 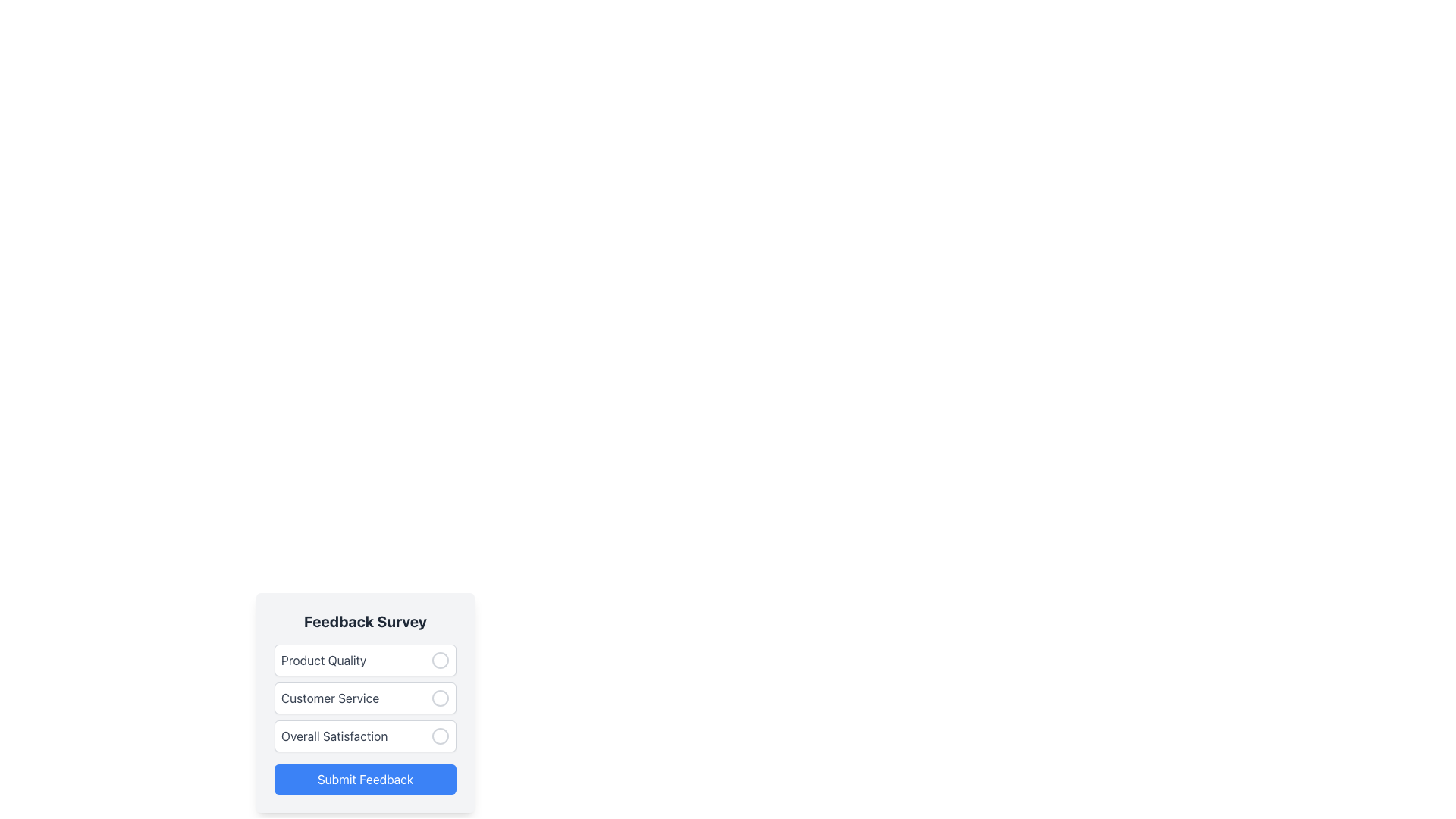 I want to click on the third radio button for the 'Overall Satisfaction' survey question, so click(x=439, y=736).